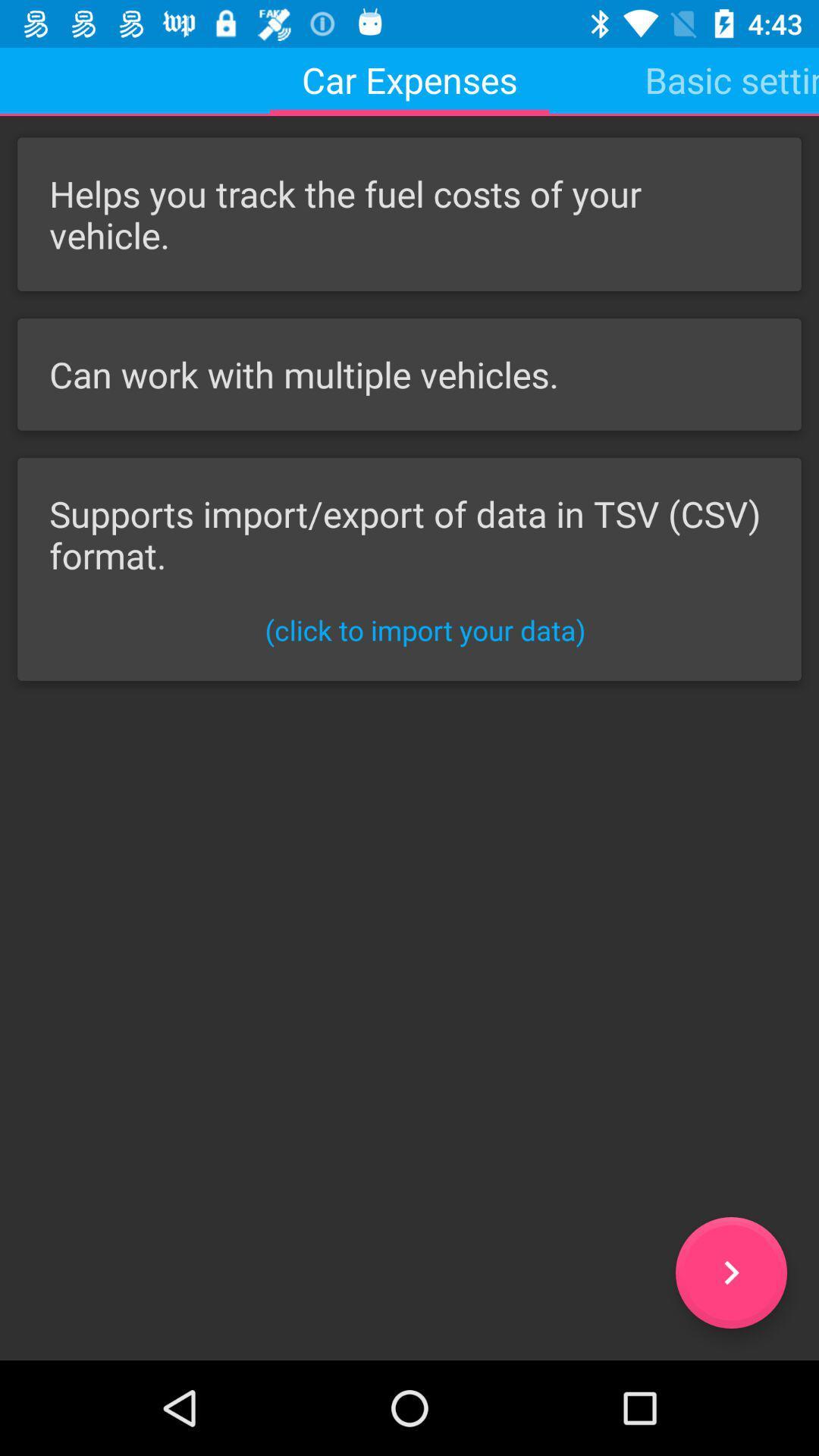 Image resolution: width=819 pixels, height=1456 pixels. Describe the element at coordinates (730, 1272) in the screenshot. I see `the arrow_forward icon` at that location.